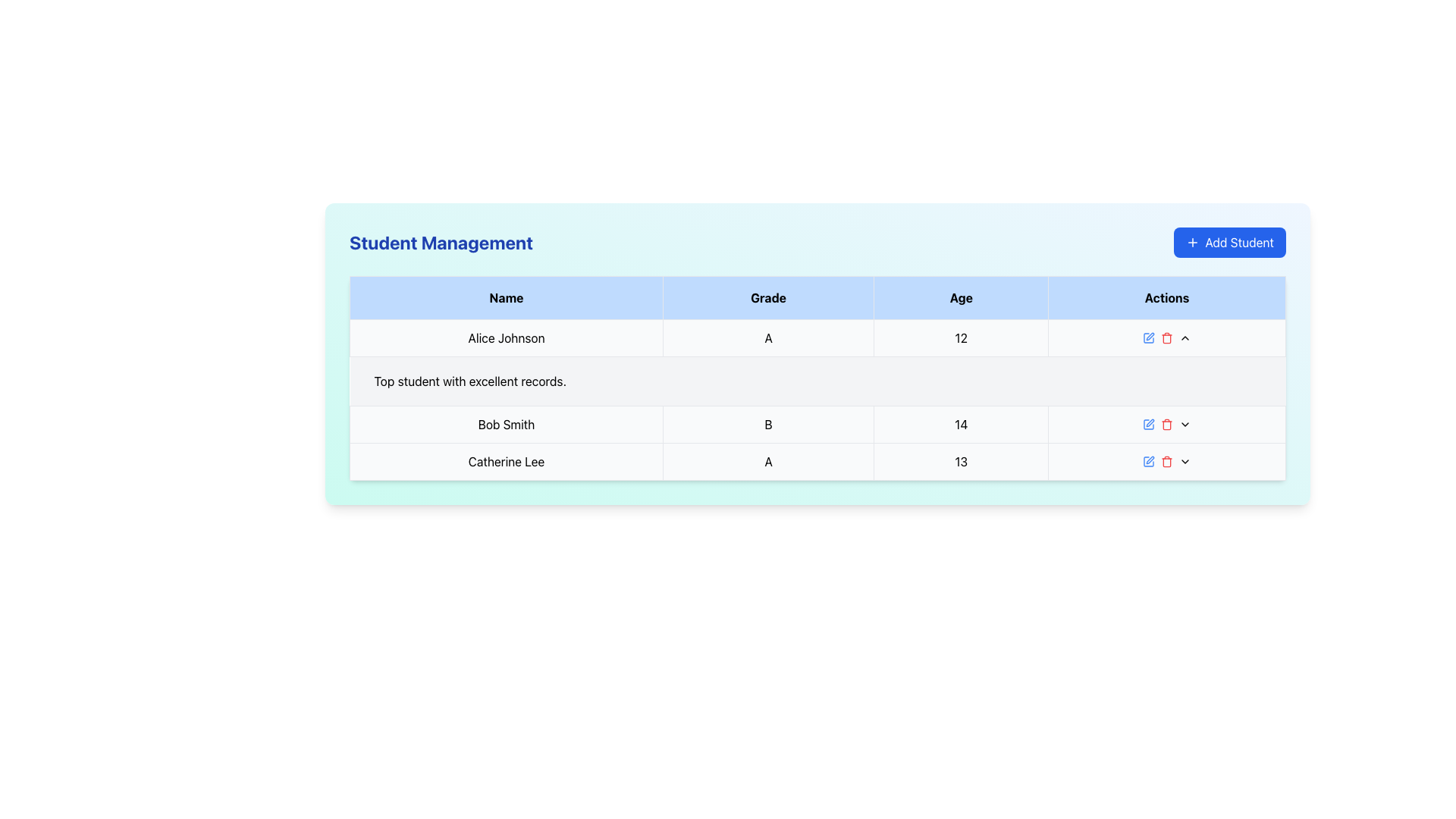  What do you see at coordinates (768, 424) in the screenshot?
I see `the static text display showing the grade of 'Bob Smith', located in the second column of his row, between the 'Name' and 'Age' cells` at bounding box center [768, 424].